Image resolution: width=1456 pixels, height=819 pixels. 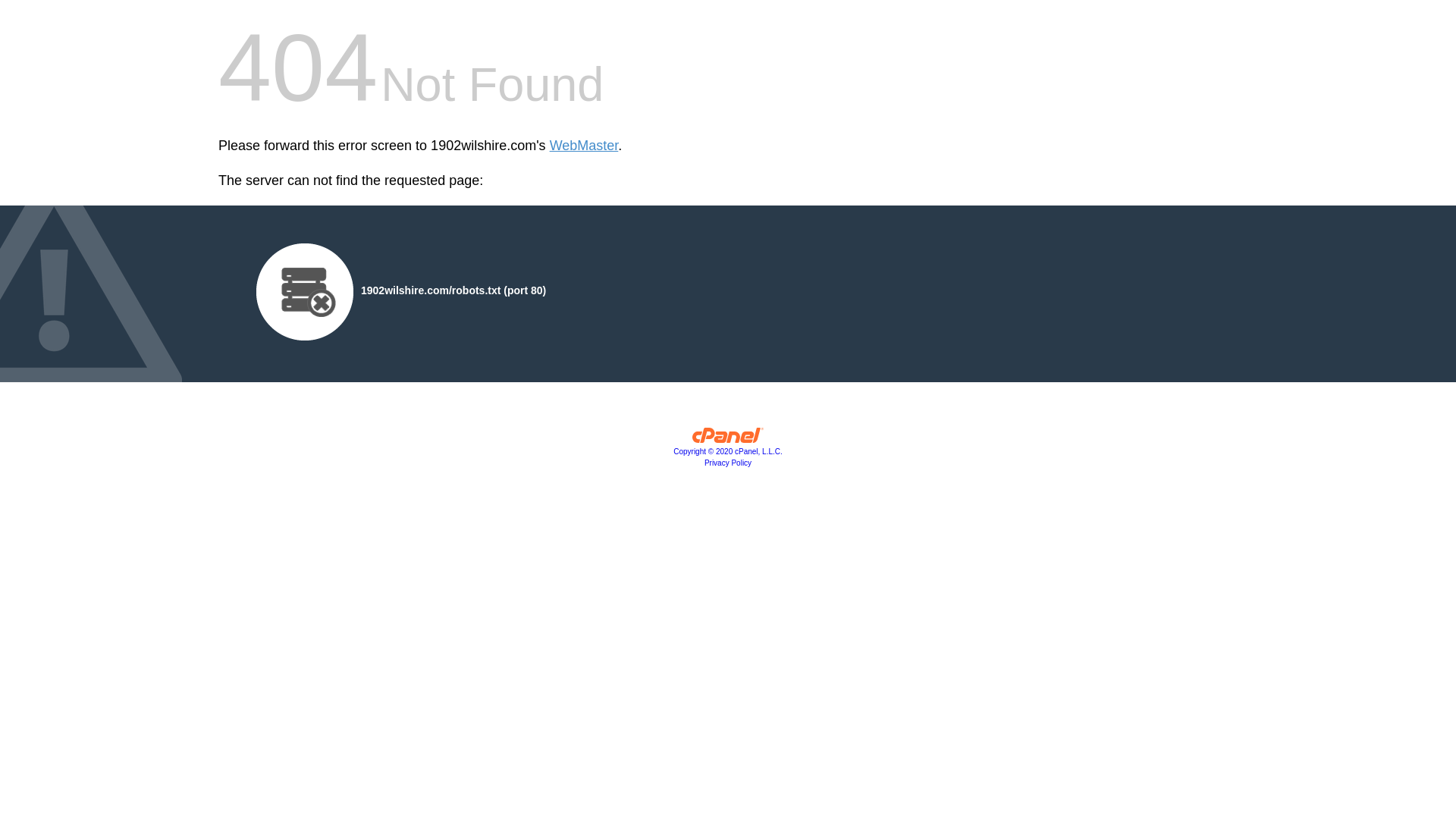 What do you see at coordinates (728, 462) in the screenshot?
I see `'Privacy Policy'` at bounding box center [728, 462].